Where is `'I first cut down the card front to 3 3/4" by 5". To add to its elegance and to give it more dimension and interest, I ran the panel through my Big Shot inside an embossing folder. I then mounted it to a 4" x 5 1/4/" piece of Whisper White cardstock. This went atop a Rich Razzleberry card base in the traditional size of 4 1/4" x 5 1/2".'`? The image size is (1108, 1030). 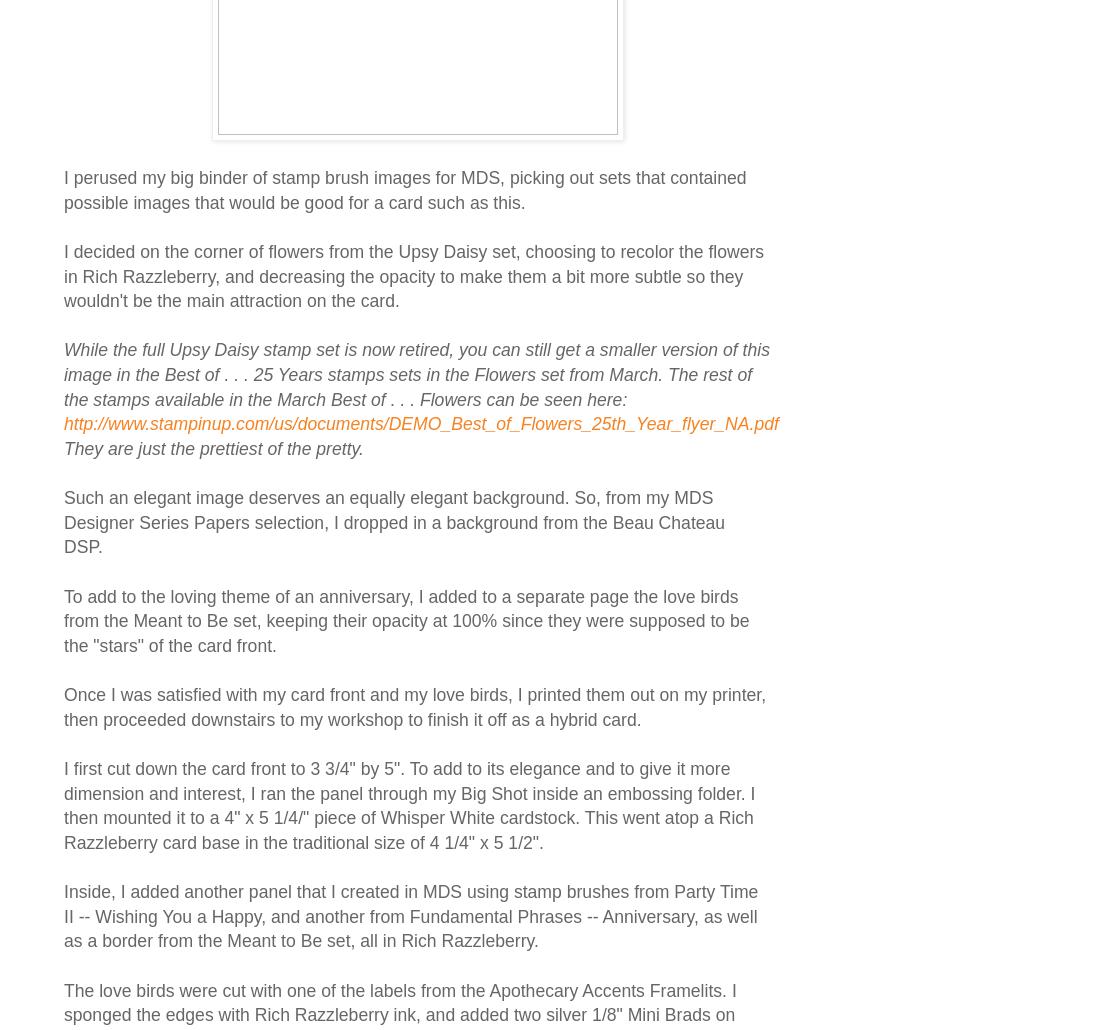 'I first cut down the card front to 3 3/4" by 5". To add to its elegance and to give it more dimension and interest, I ran the panel through my Big Shot inside an embossing folder. I then mounted it to a 4" x 5 1/4/" piece of Whisper White cardstock. This went atop a Rich Razzleberry card base in the traditional size of 4 1/4" x 5 1/2".' is located at coordinates (409, 804).